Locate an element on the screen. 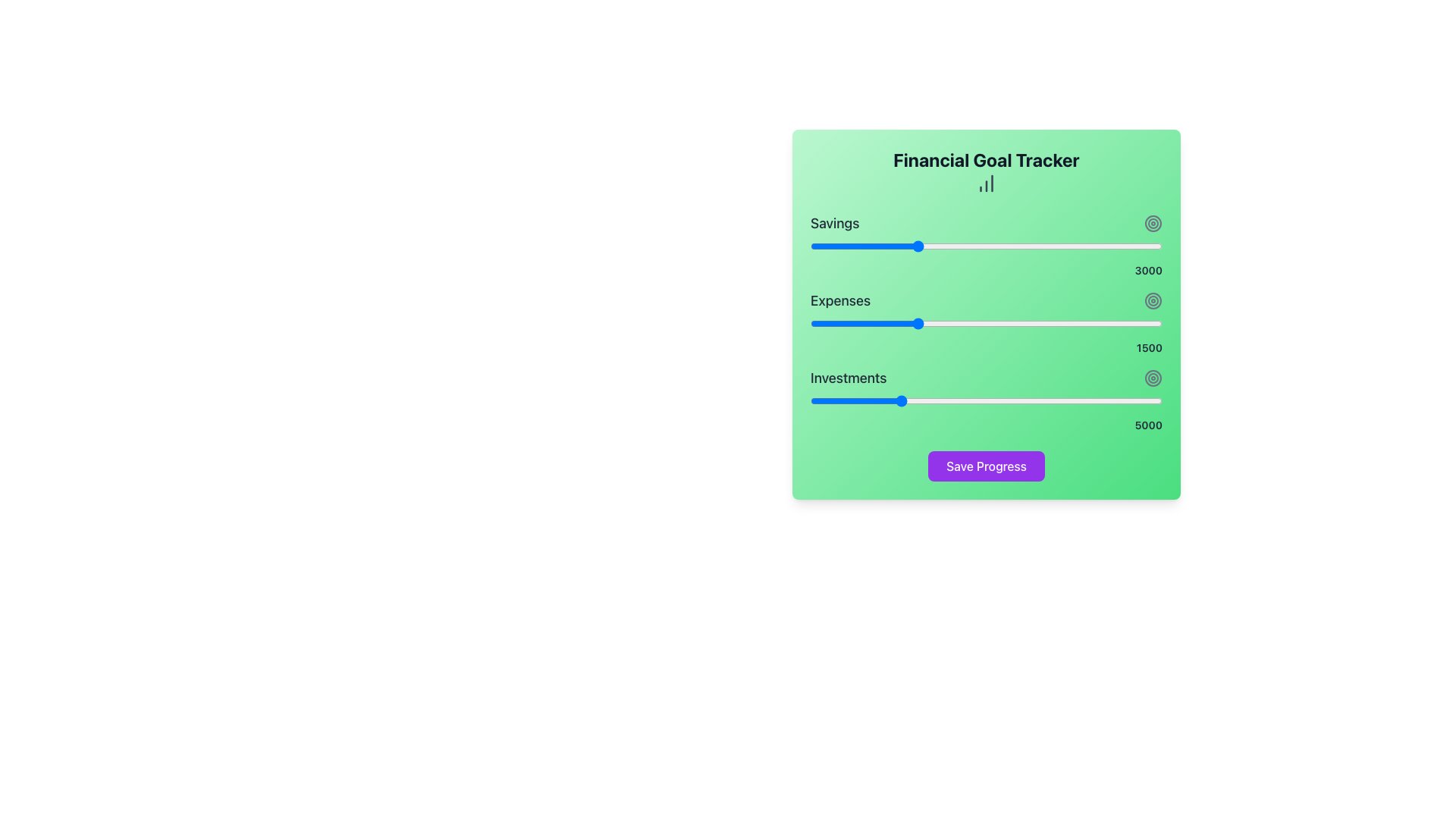 The width and height of the screenshot is (1456, 819). the expenses slider is located at coordinates (992, 323).